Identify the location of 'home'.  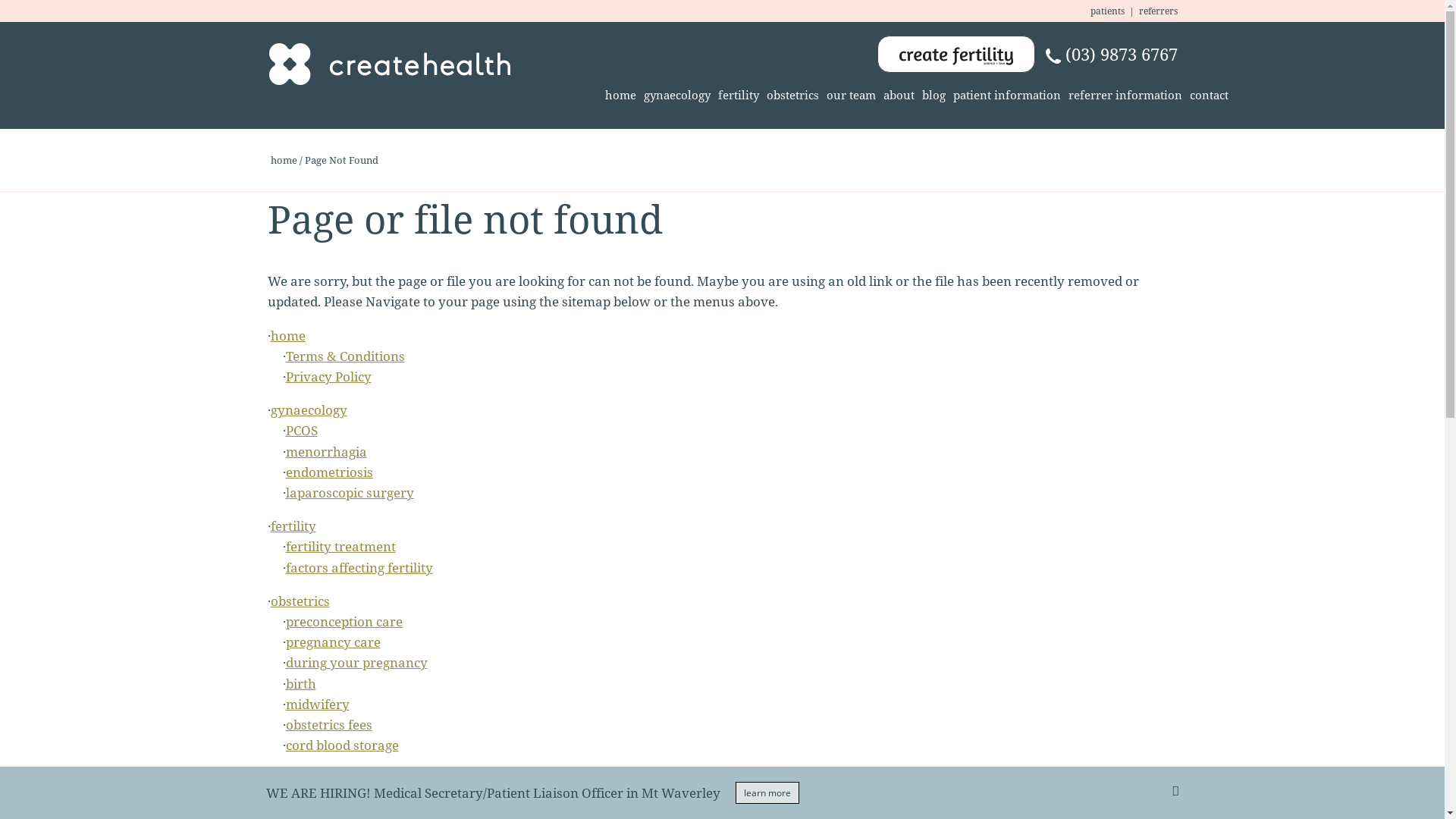
(620, 96).